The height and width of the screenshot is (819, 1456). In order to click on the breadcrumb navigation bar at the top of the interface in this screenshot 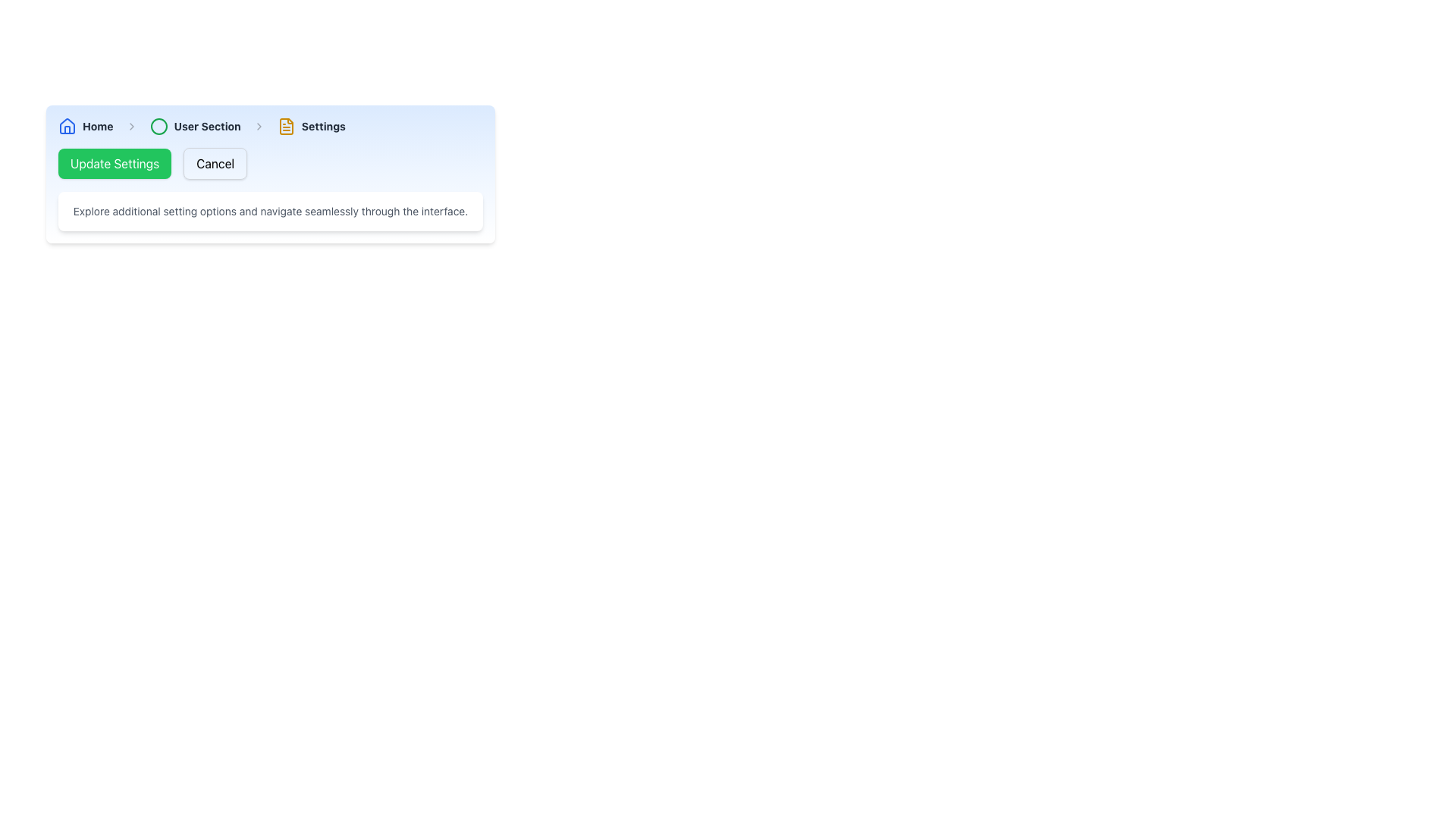, I will do `click(270, 125)`.